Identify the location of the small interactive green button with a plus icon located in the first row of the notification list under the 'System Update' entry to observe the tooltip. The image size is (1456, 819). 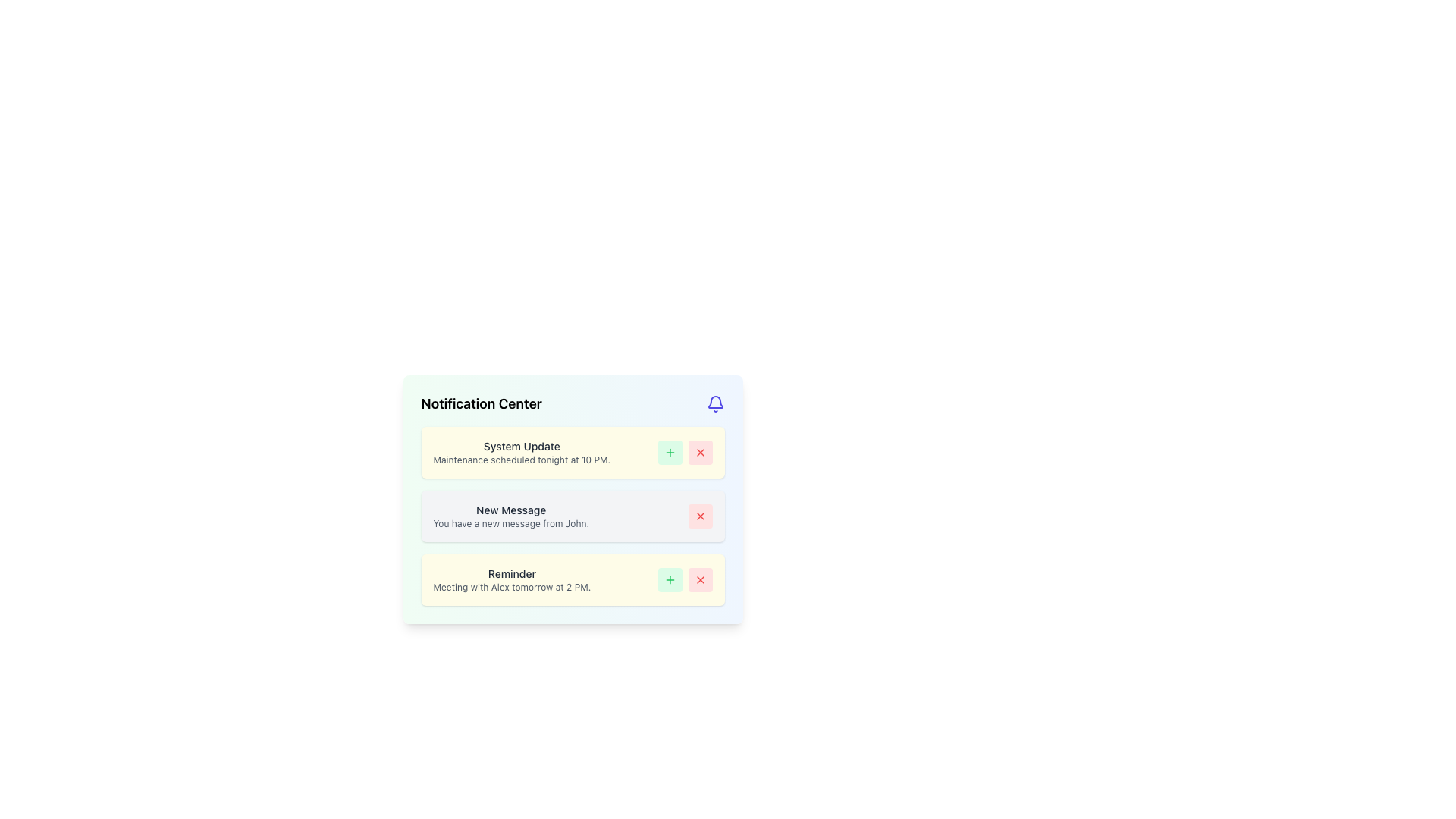
(669, 452).